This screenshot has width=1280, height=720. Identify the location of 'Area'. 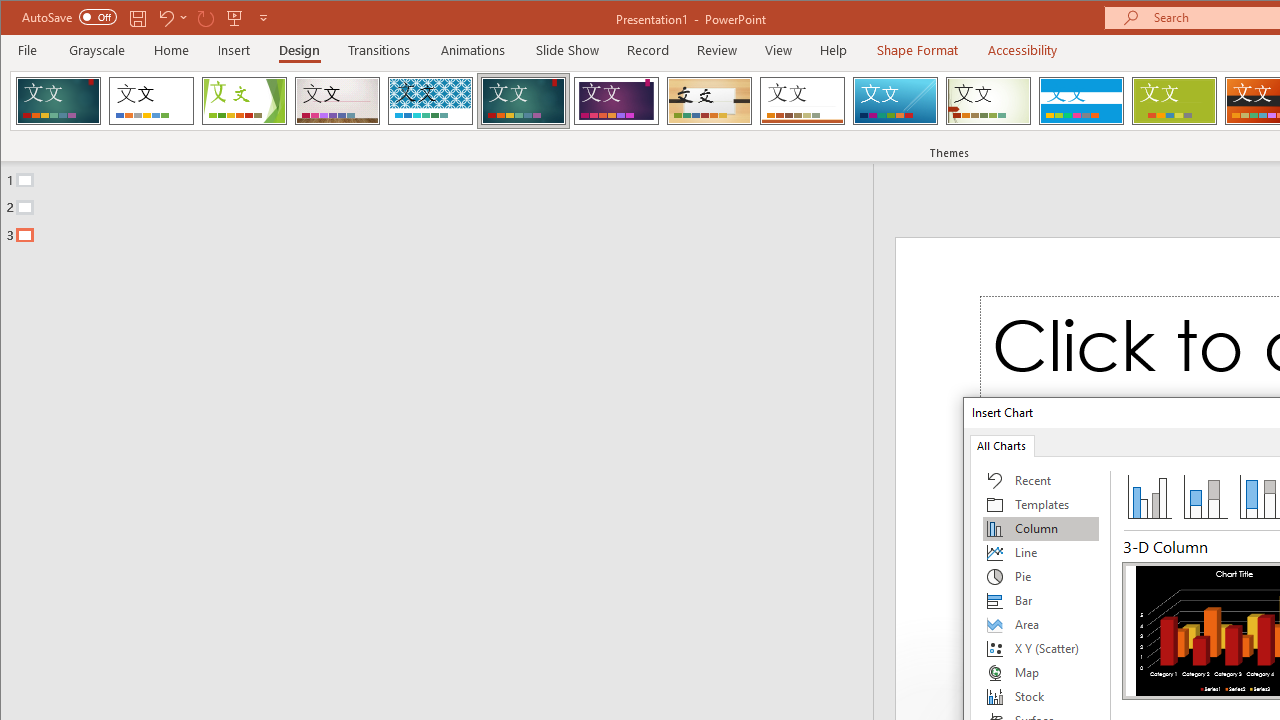
(1040, 623).